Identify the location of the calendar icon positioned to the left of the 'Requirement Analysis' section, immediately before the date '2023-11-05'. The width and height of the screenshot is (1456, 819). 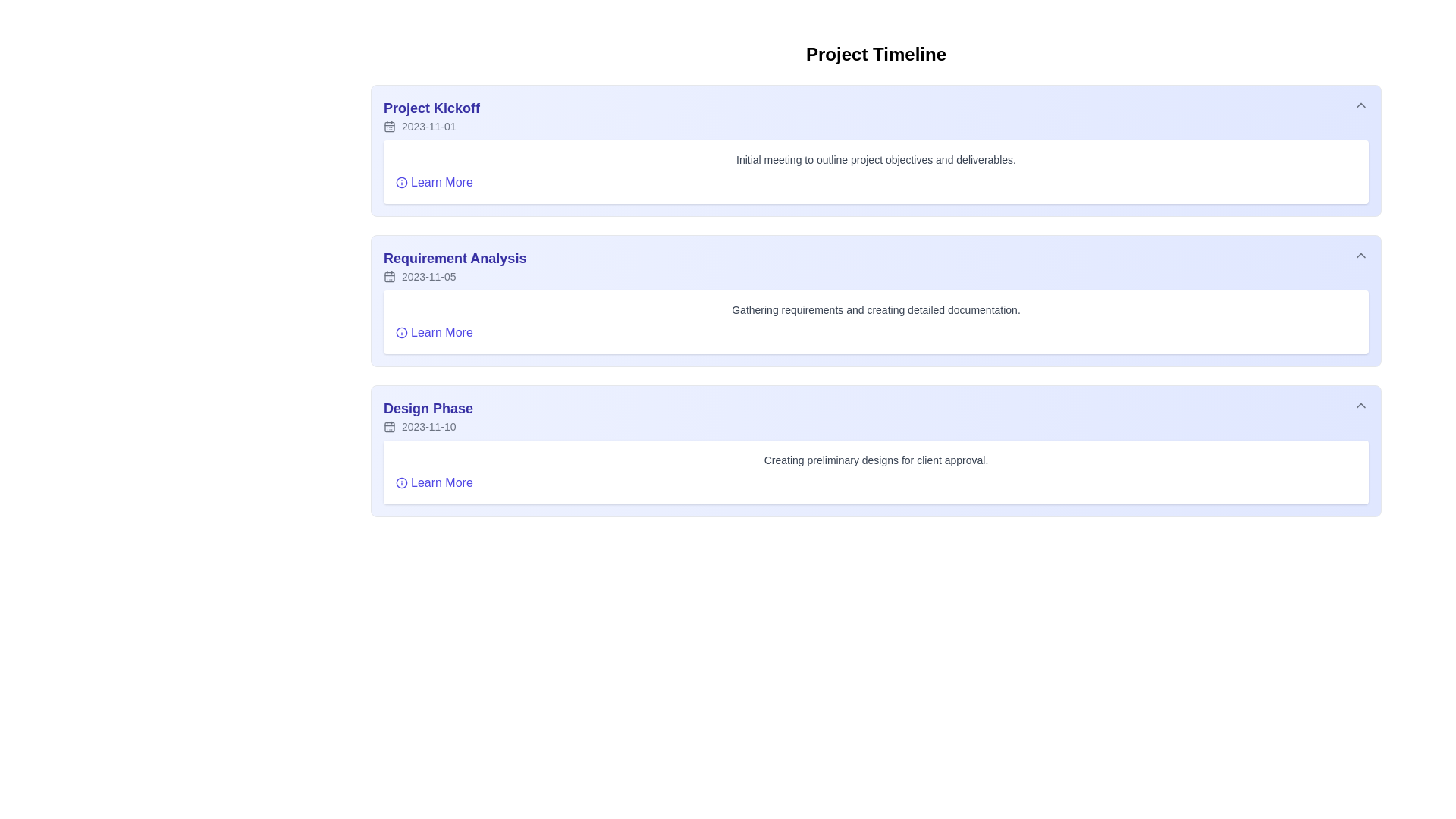
(389, 277).